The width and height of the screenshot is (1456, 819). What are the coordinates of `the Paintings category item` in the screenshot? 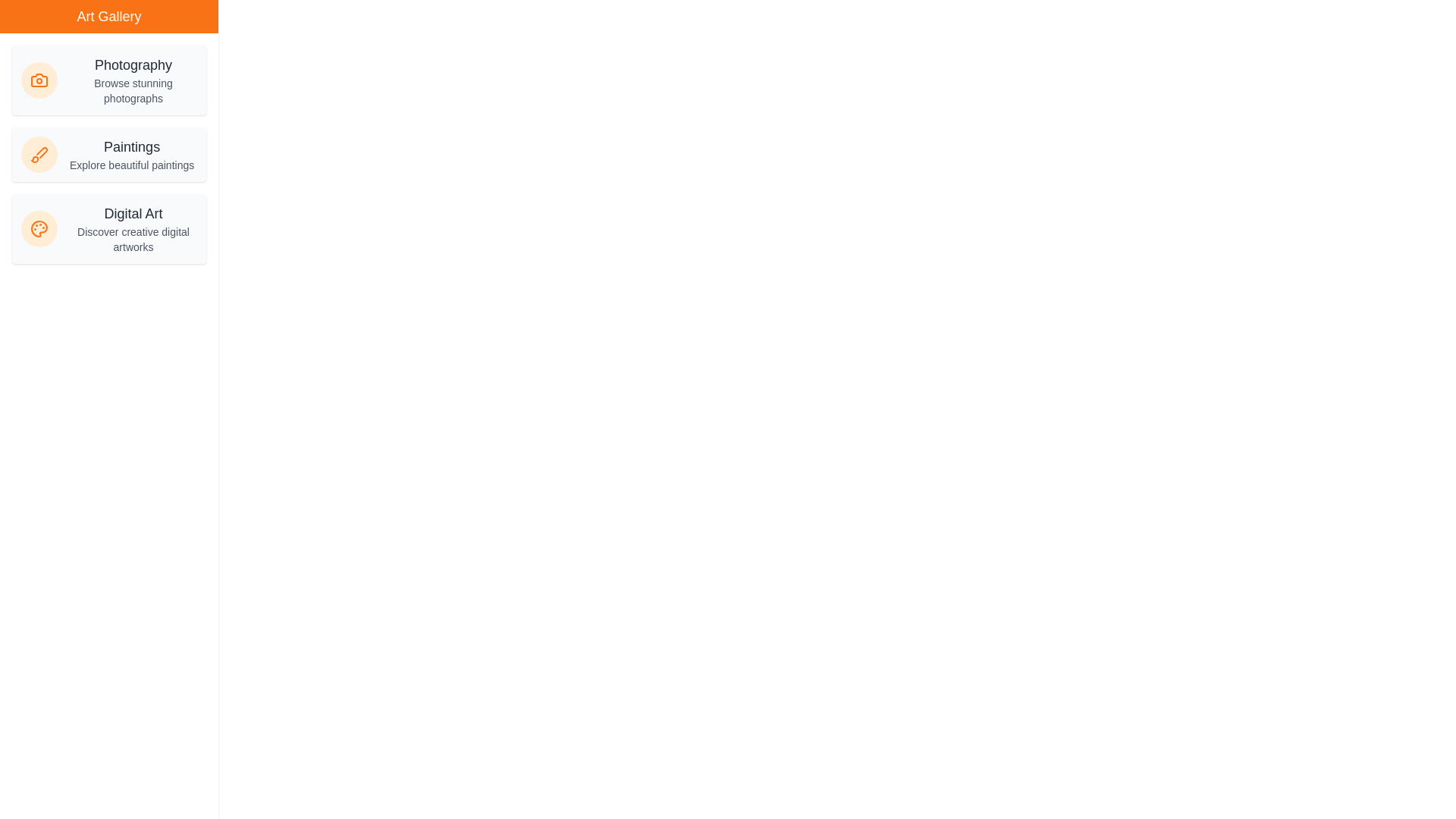 It's located at (108, 155).